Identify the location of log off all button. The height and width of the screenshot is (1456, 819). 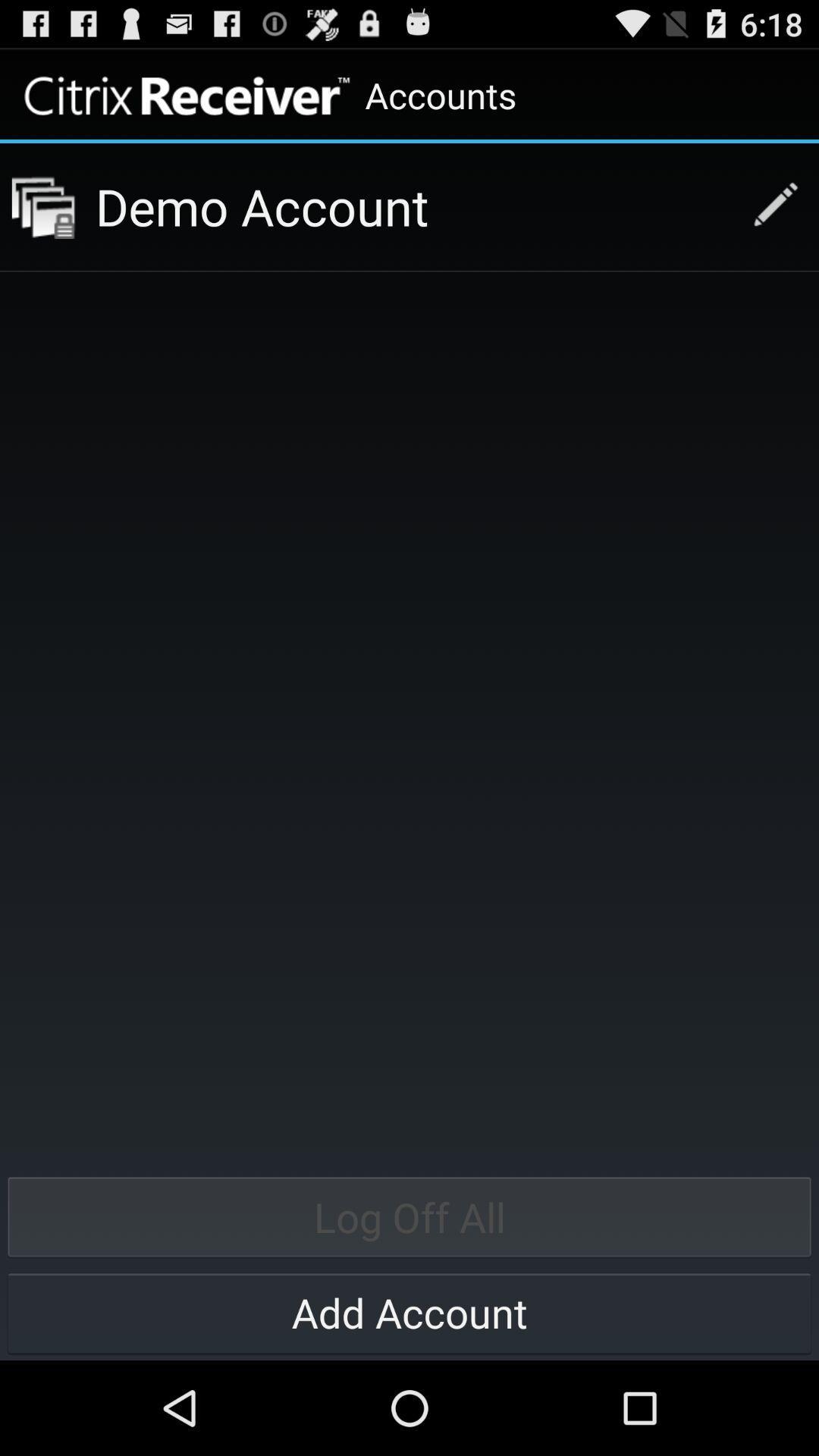
(409, 1216).